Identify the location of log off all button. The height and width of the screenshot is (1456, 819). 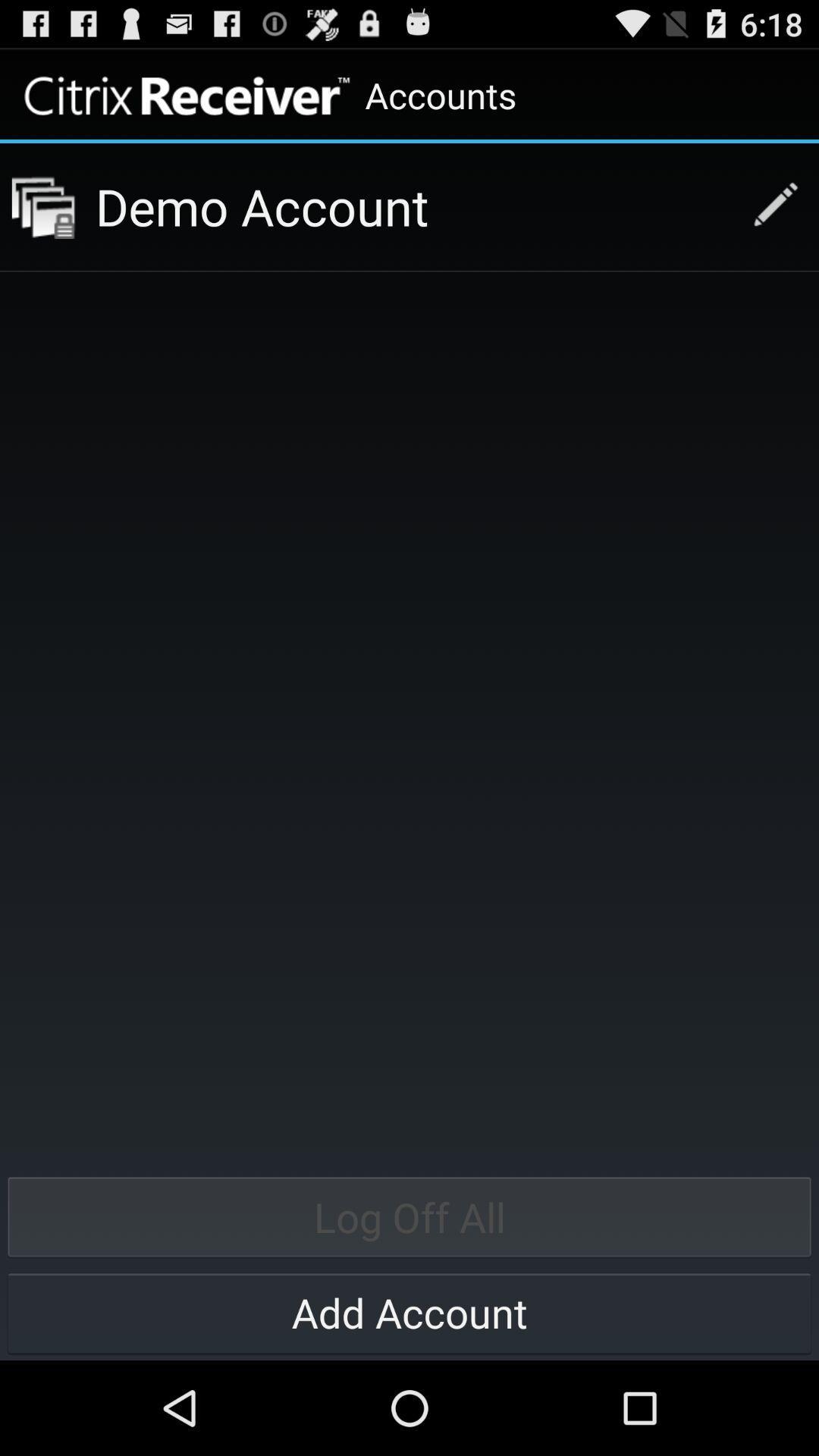
(409, 1216).